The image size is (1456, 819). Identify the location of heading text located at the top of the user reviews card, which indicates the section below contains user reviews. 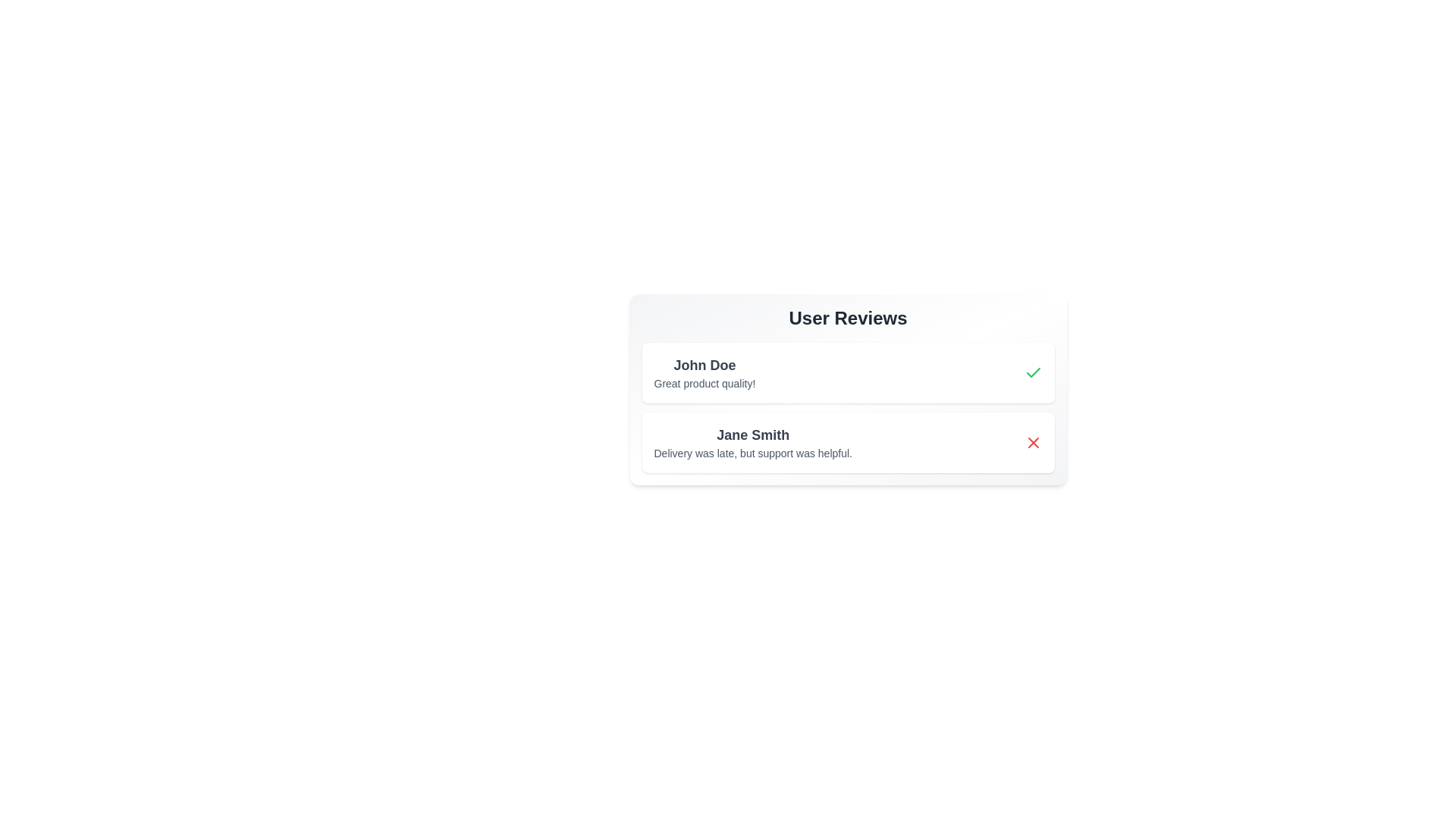
(847, 318).